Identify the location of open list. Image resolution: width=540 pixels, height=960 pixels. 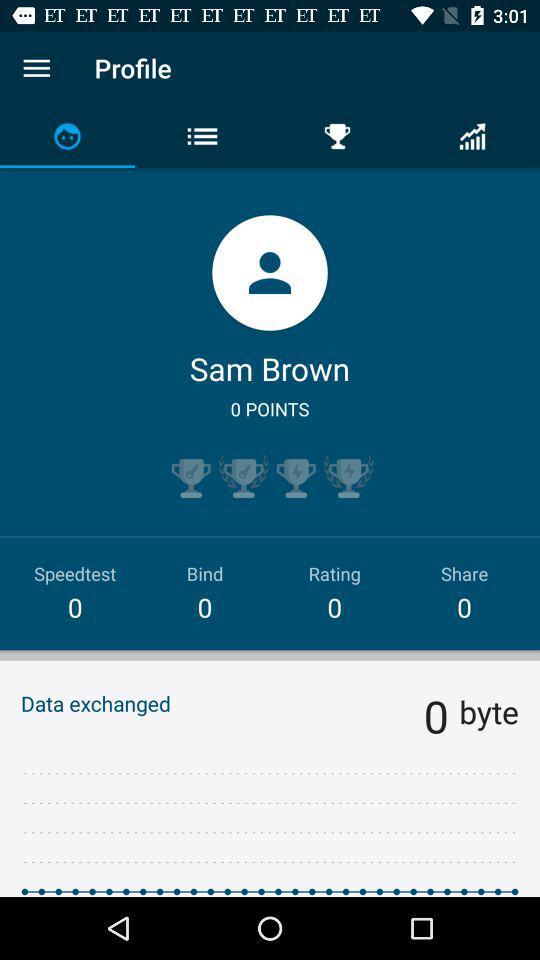
(36, 68).